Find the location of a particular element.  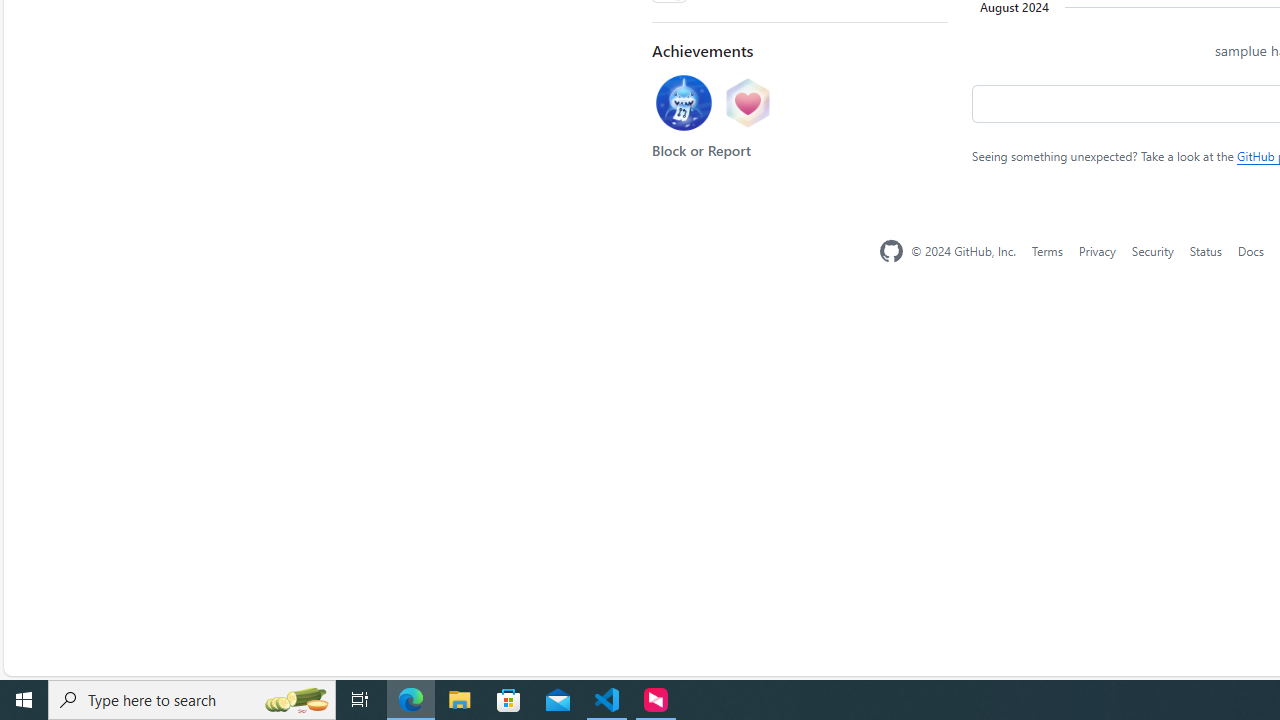

'Block or Report' is located at coordinates (701, 150).